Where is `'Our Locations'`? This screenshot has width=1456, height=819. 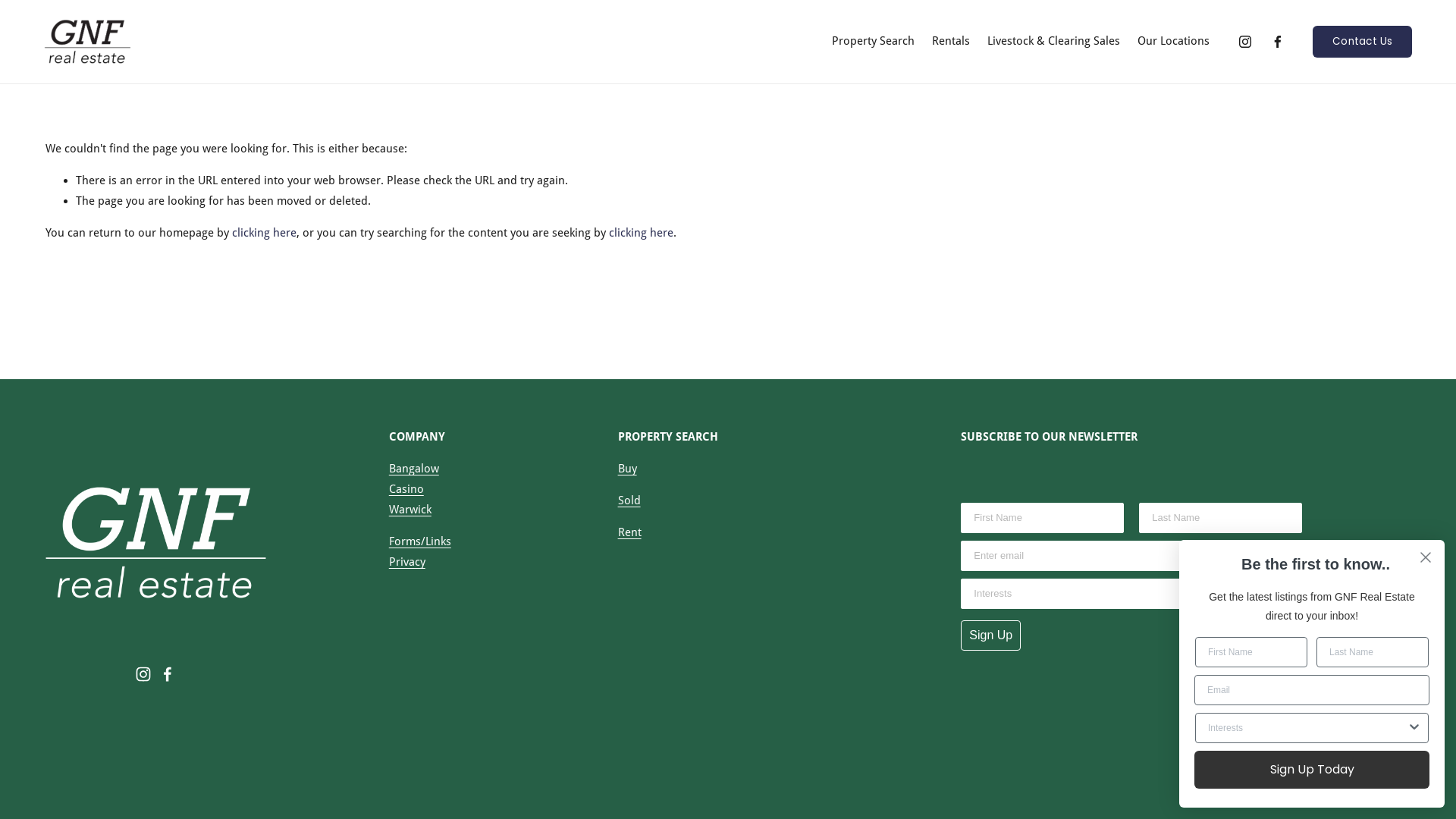 'Our Locations' is located at coordinates (1172, 40).